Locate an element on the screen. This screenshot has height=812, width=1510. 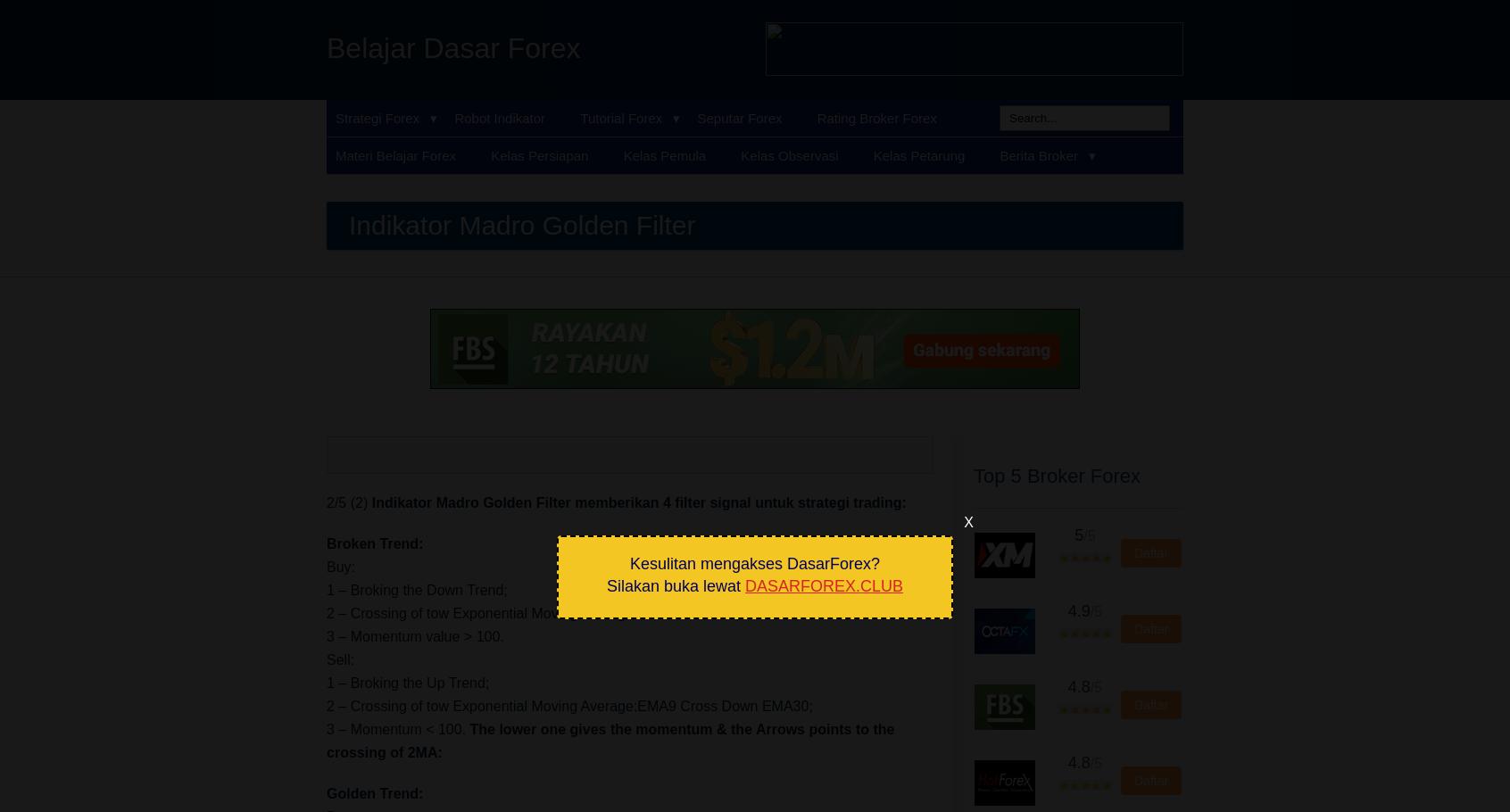
'Buy:' is located at coordinates (341, 567).